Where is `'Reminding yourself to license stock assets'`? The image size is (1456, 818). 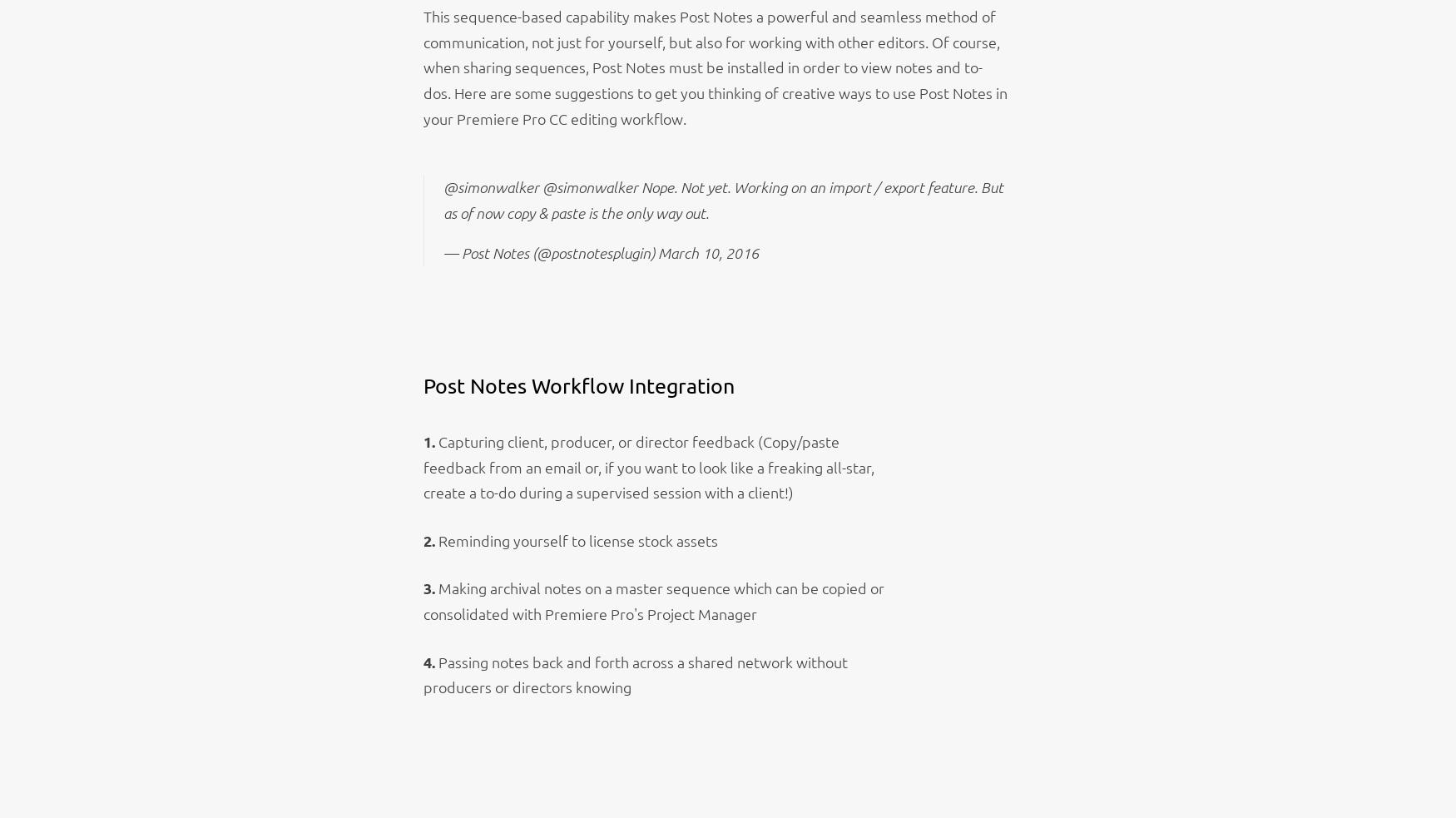
'Reminding yourself to license stock assets' is located at coordinates (575, 539).